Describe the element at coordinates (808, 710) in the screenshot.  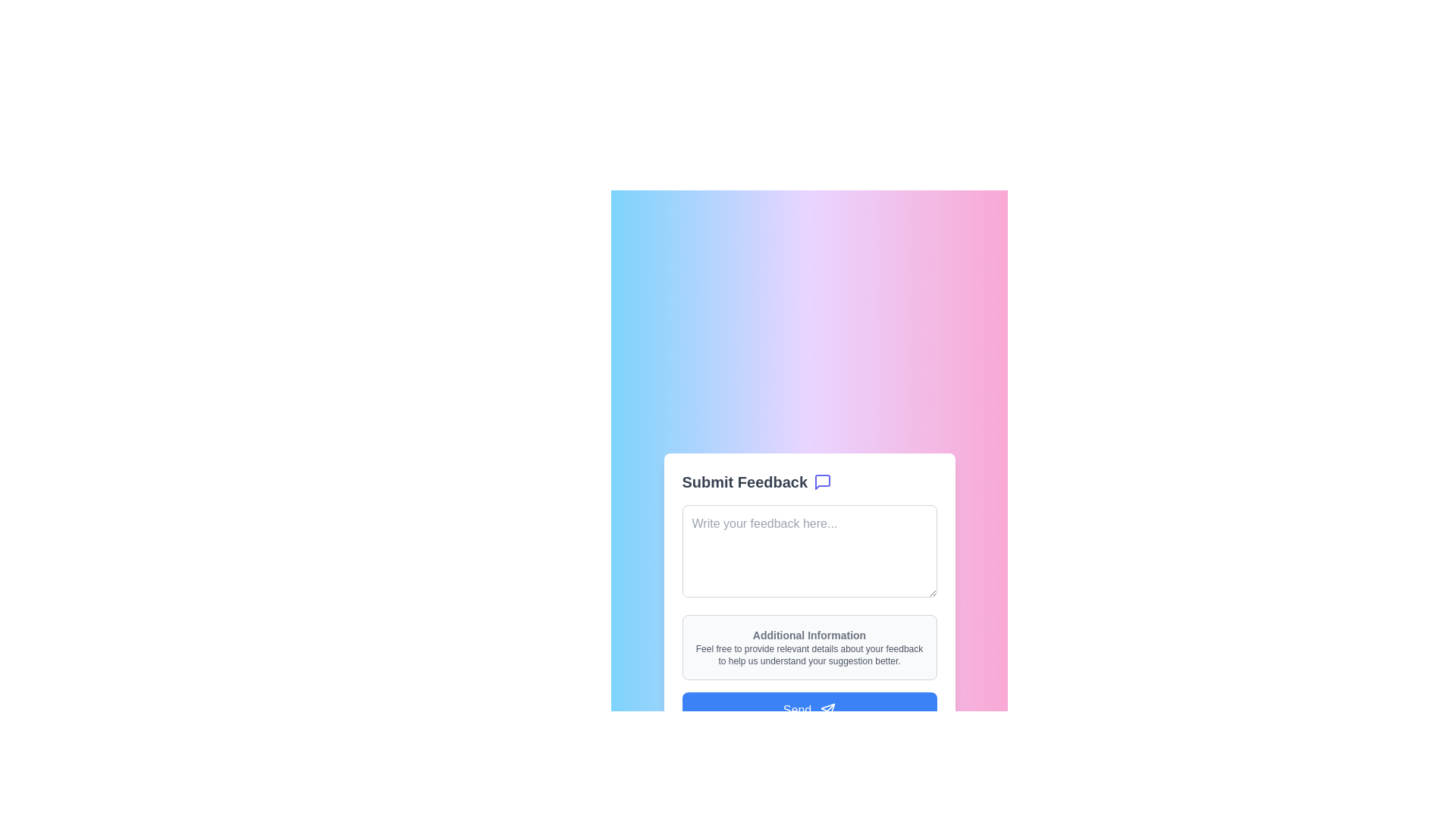
I see `the blue 'Send' button with rounded corners at the bottom of the feedback form` at that location.